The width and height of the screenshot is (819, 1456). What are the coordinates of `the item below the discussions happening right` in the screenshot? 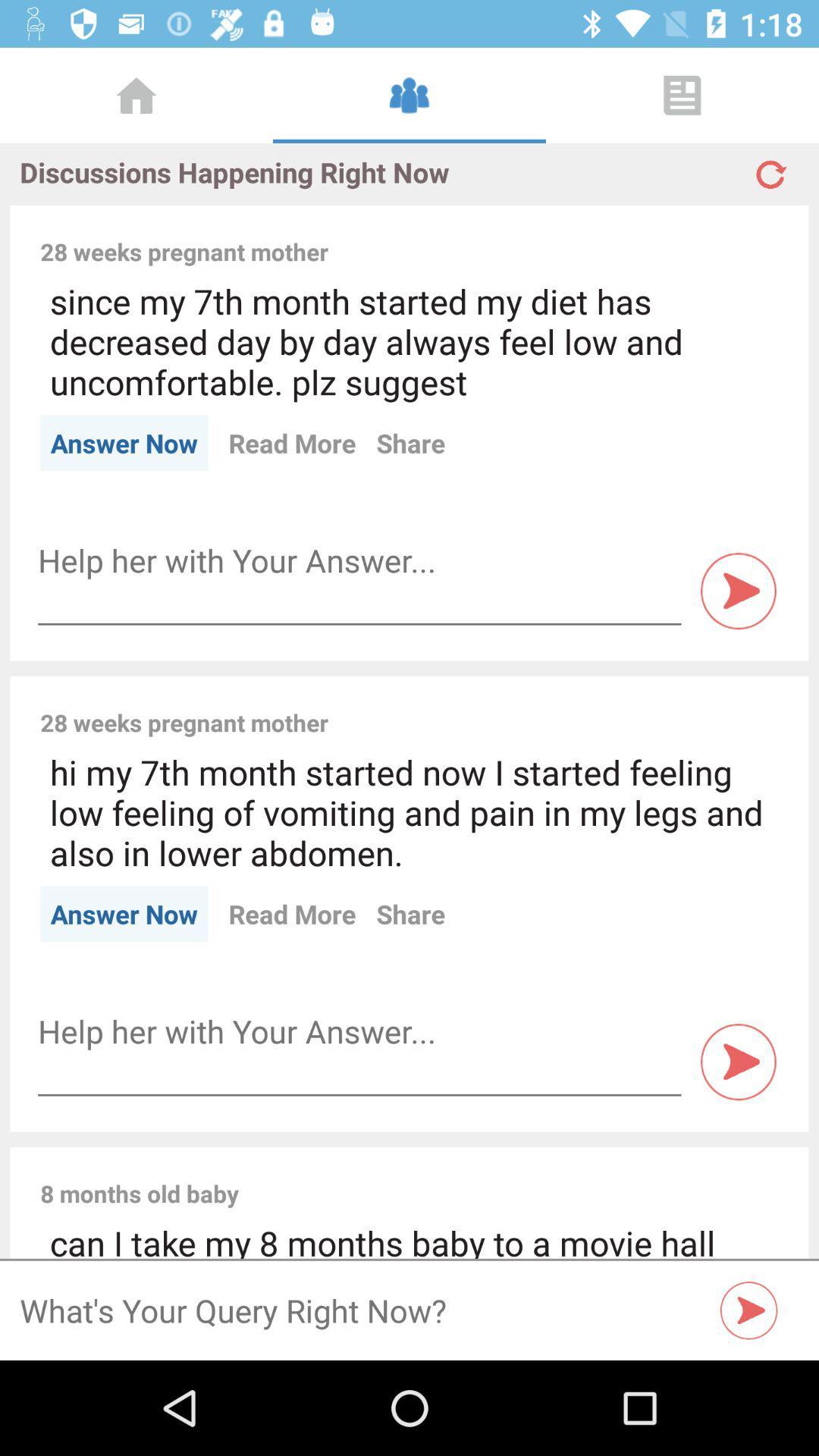 It's located at (563, 234).